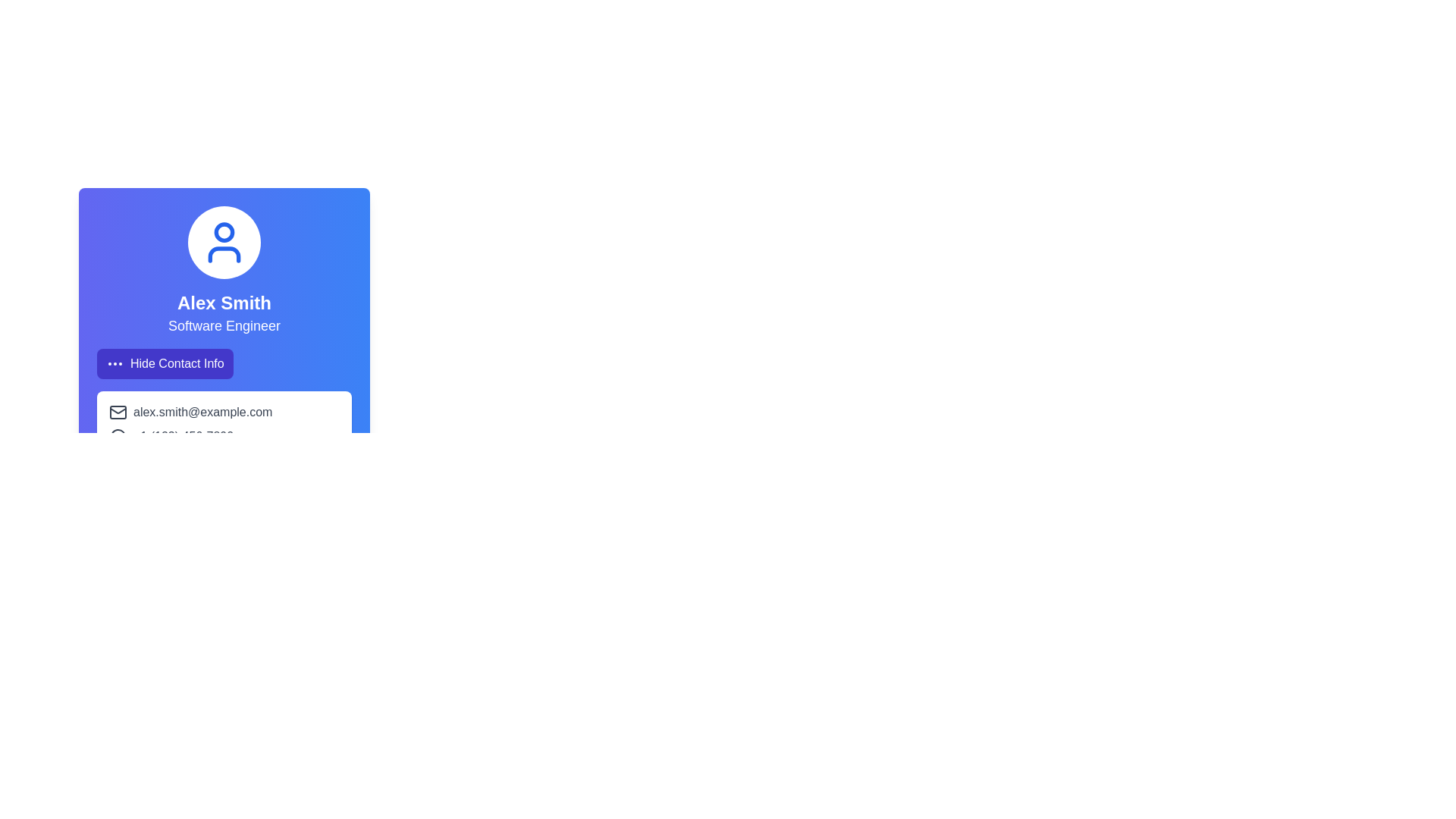 The height and width of the screenshot is (819, 1456). Describe the element at coordinates (165, 363) in the screenshot. I see `the button that toggles the visibility of contact information, located below 'Software Engineer' and above the contact details section` at that location.